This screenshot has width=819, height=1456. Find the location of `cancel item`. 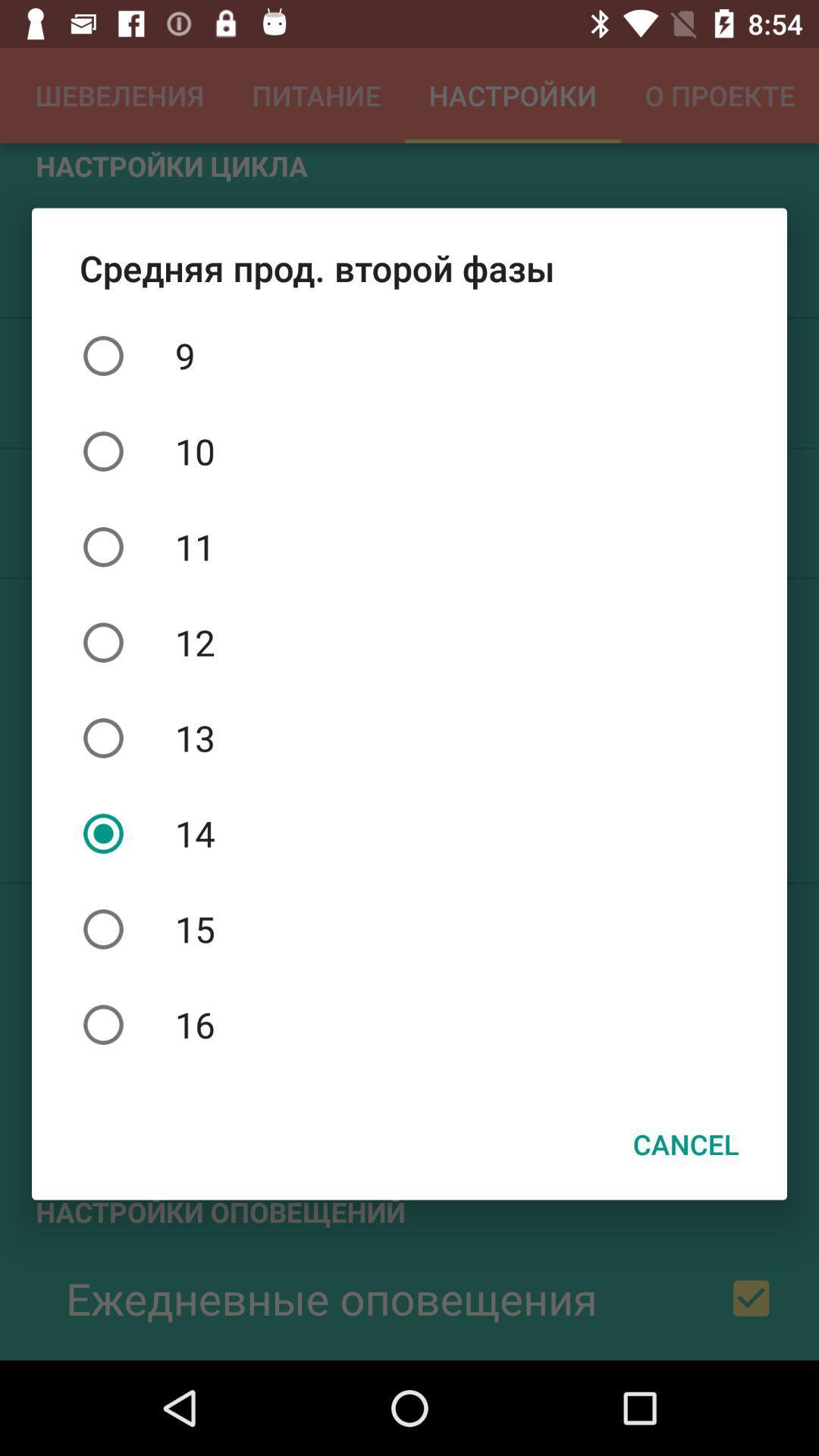

cancel item is located at coordinates (686, 1144).